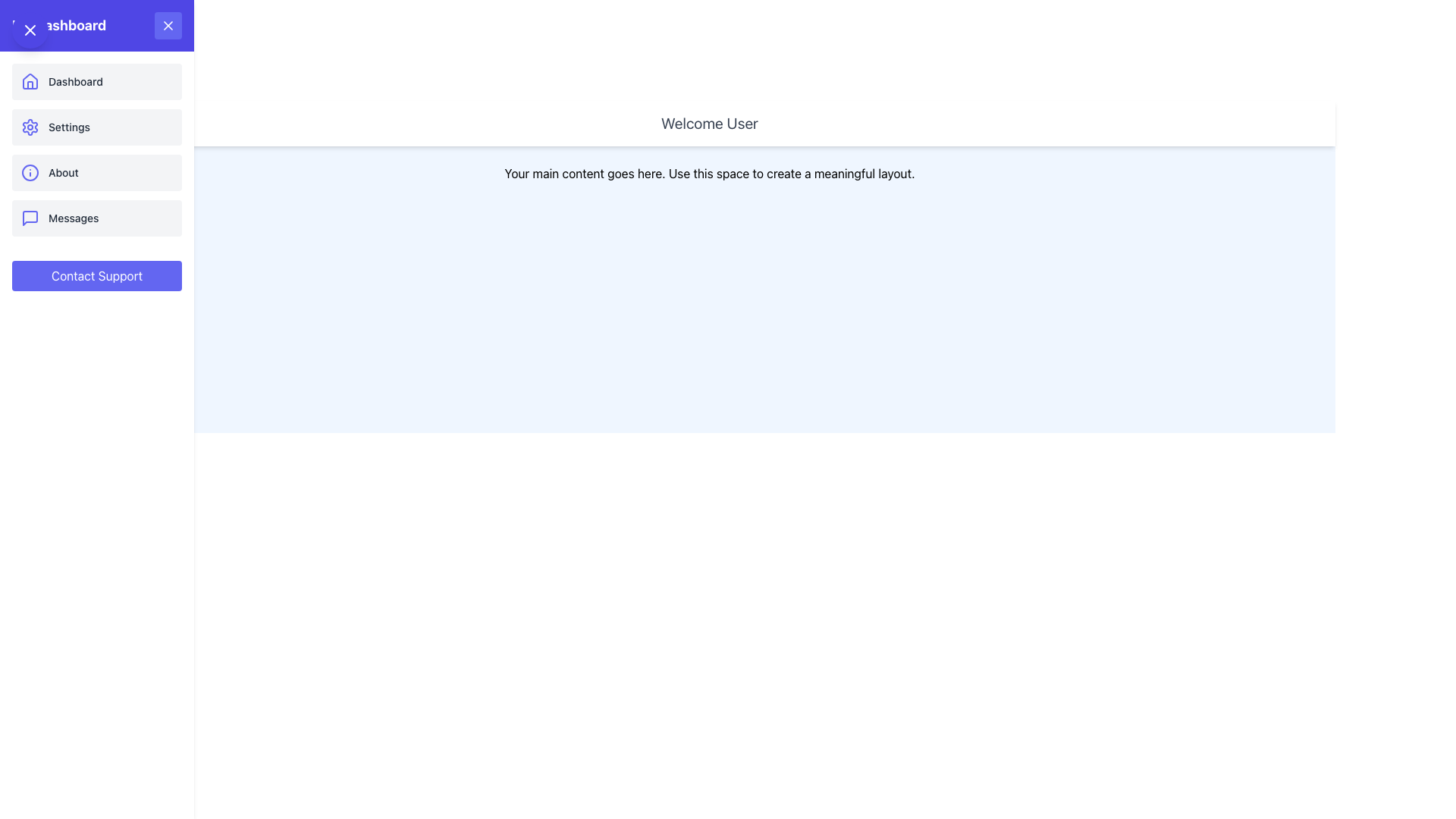 The width and height of the screenshot is (1456, 819). What do you see at coordinates (30, 171) in the screenshot?
I see `the circular blue outlined icon with a white center and an 'i' symbol, located to the left of the 'About' text in the sidebar menu` at bounding box center [30, 171].